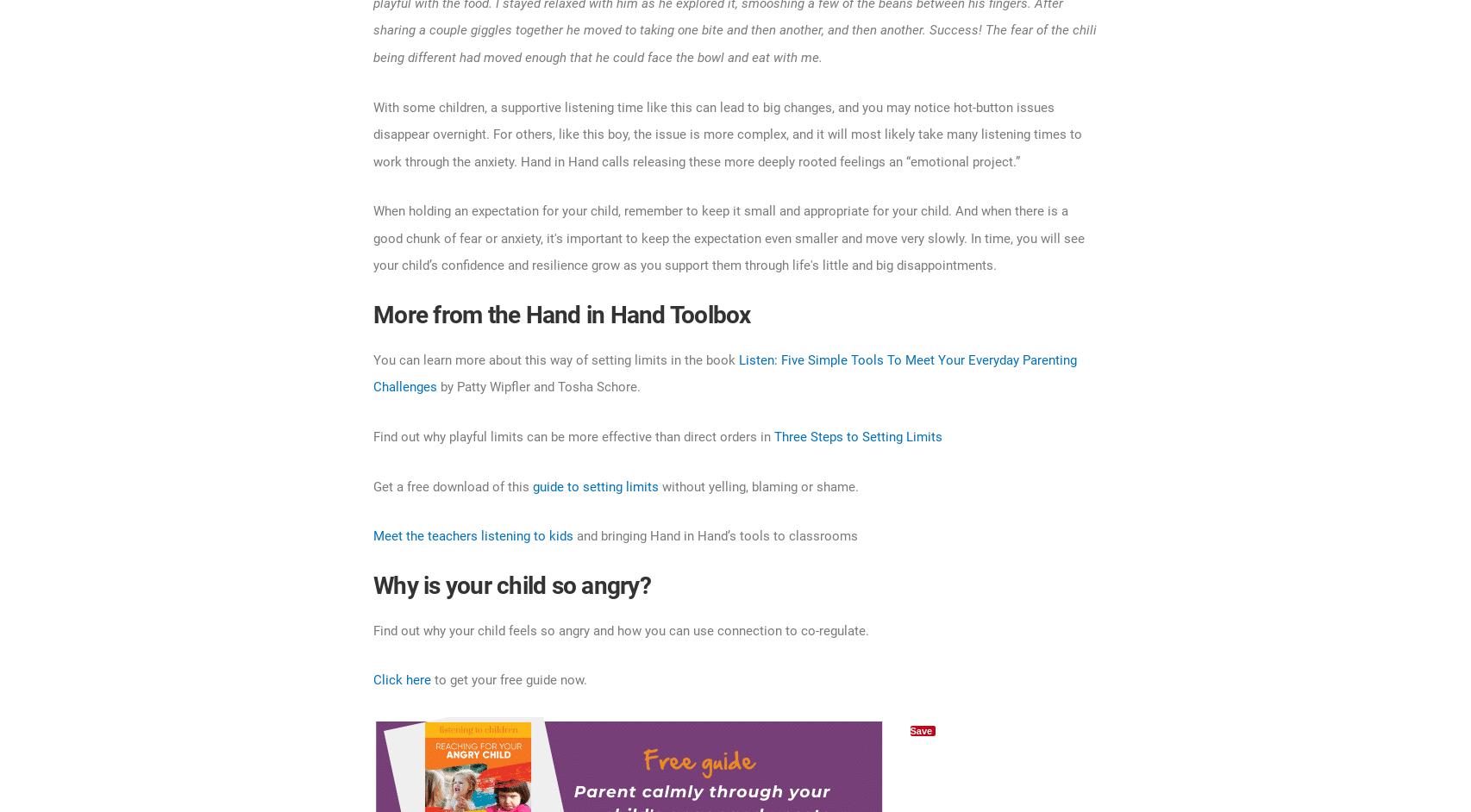  Describe the element at coordinates (620, 628) in the screenshot. I see `'Find out why your child feels so angry and how you can use connection to co-regulate.'` at that location.